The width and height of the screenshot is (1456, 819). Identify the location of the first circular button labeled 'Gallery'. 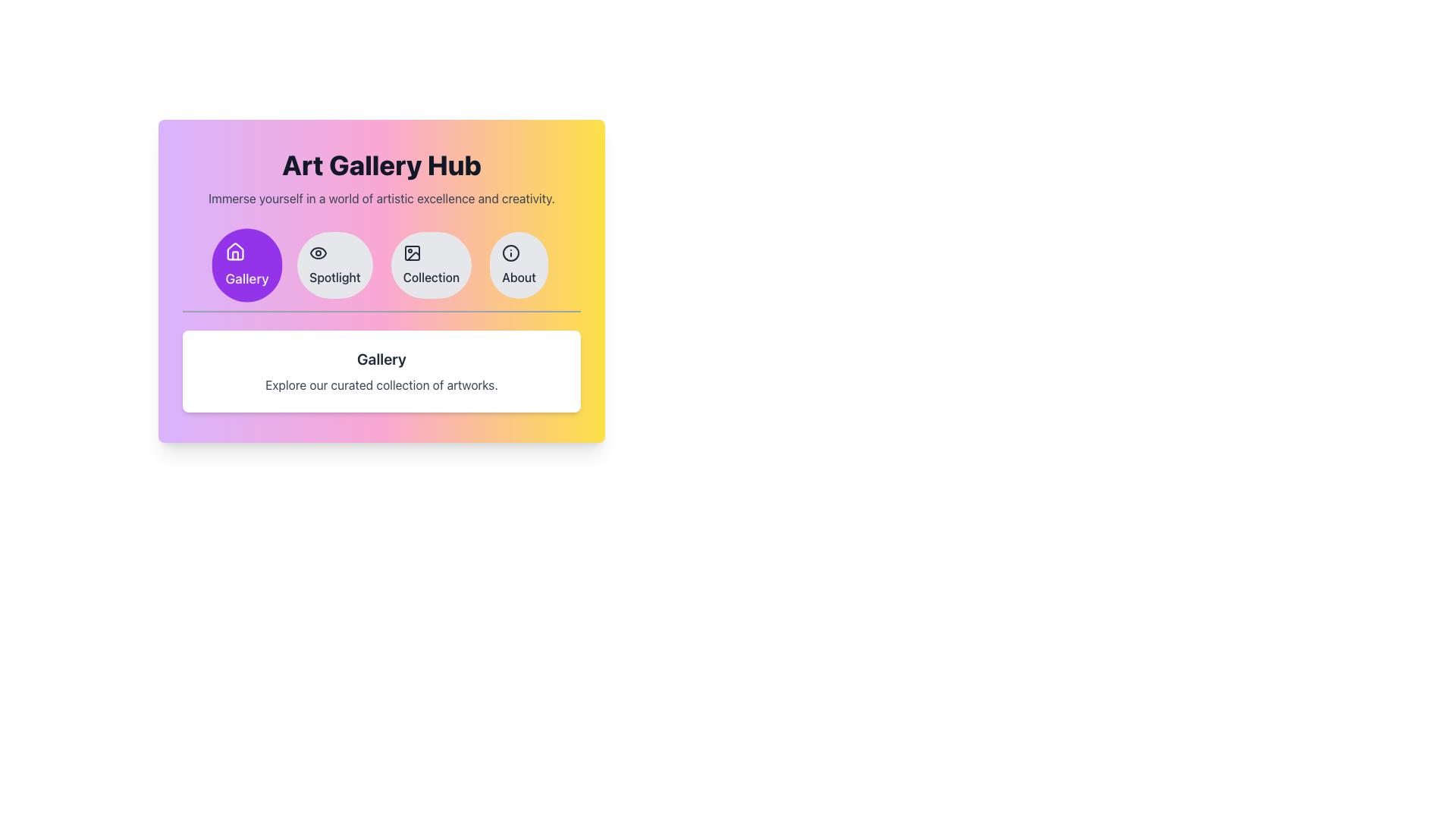
(247, 265).